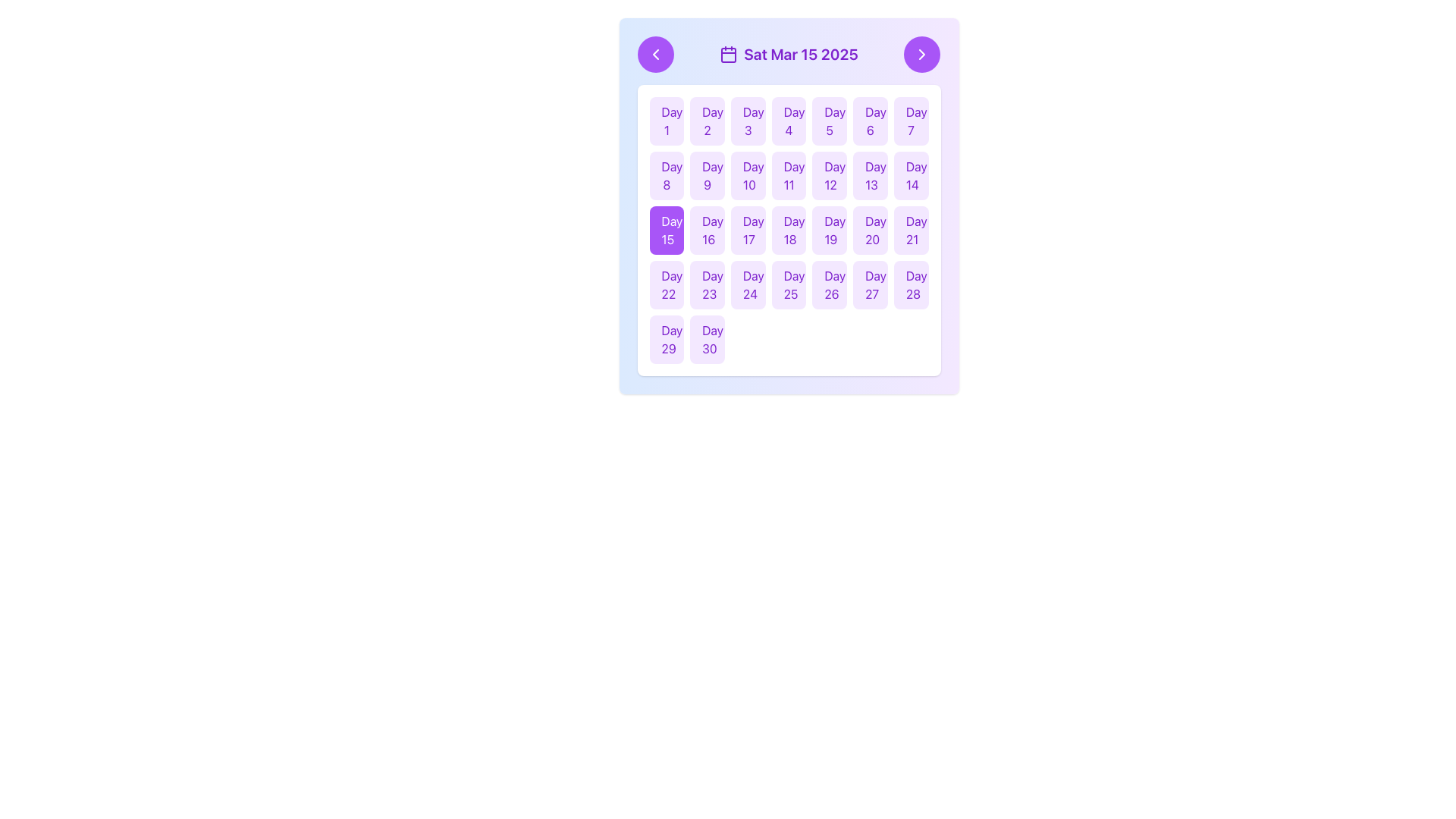 This screenshot has height=819, width=1456. Describe the element at coordinates (789, 231) in the screenshot. I see `the 'Day 18' button, which is a rounded rectangular button with a light purple background and dark purple text, located in the calendar view grid` at that location.